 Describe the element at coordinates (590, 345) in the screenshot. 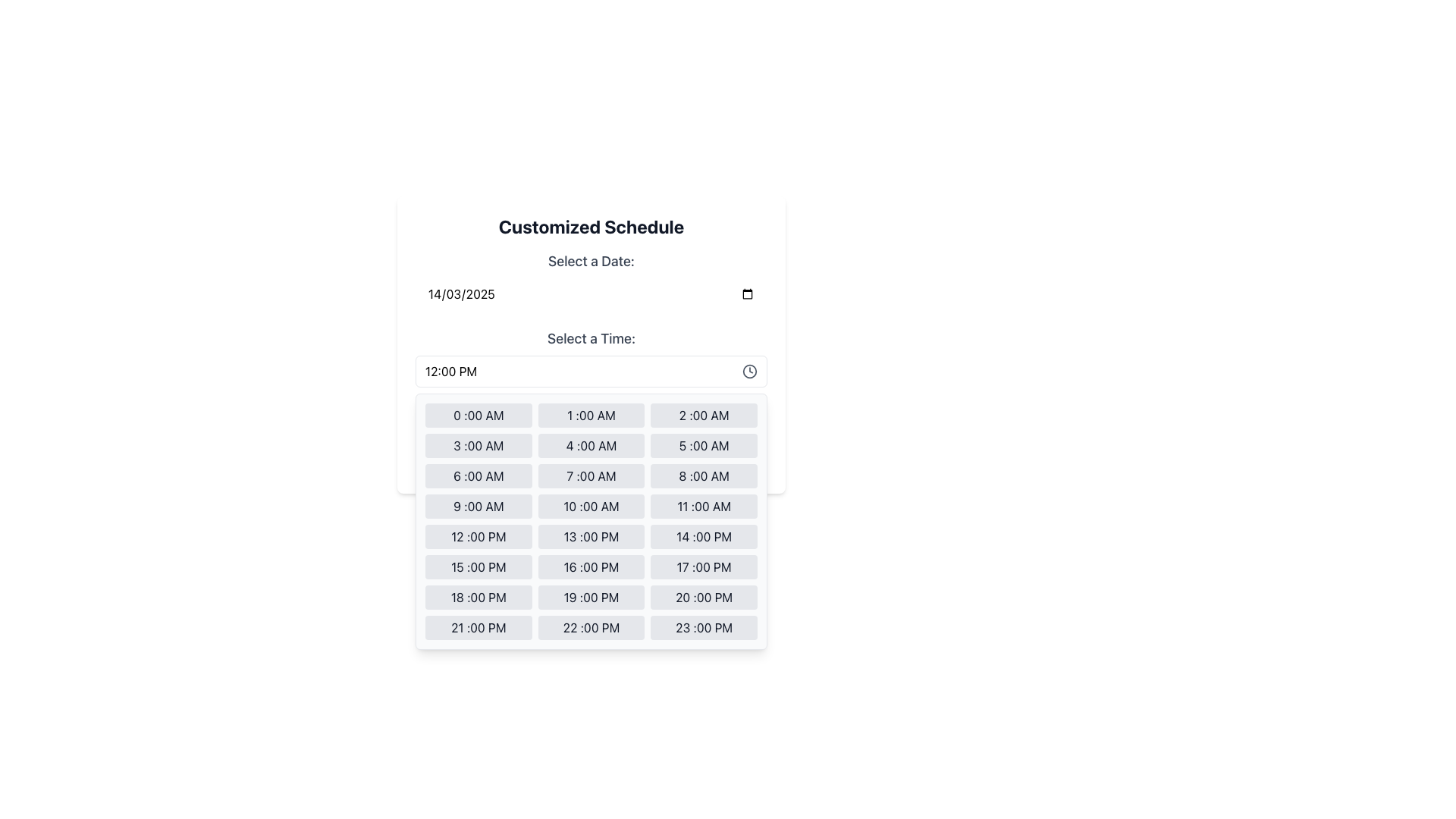

I see `the dropdown within the Dialog Box for scheduling an appointment, located below the title 'Customized Schedule' and above the 'Confirm Schedule' button` at that location.